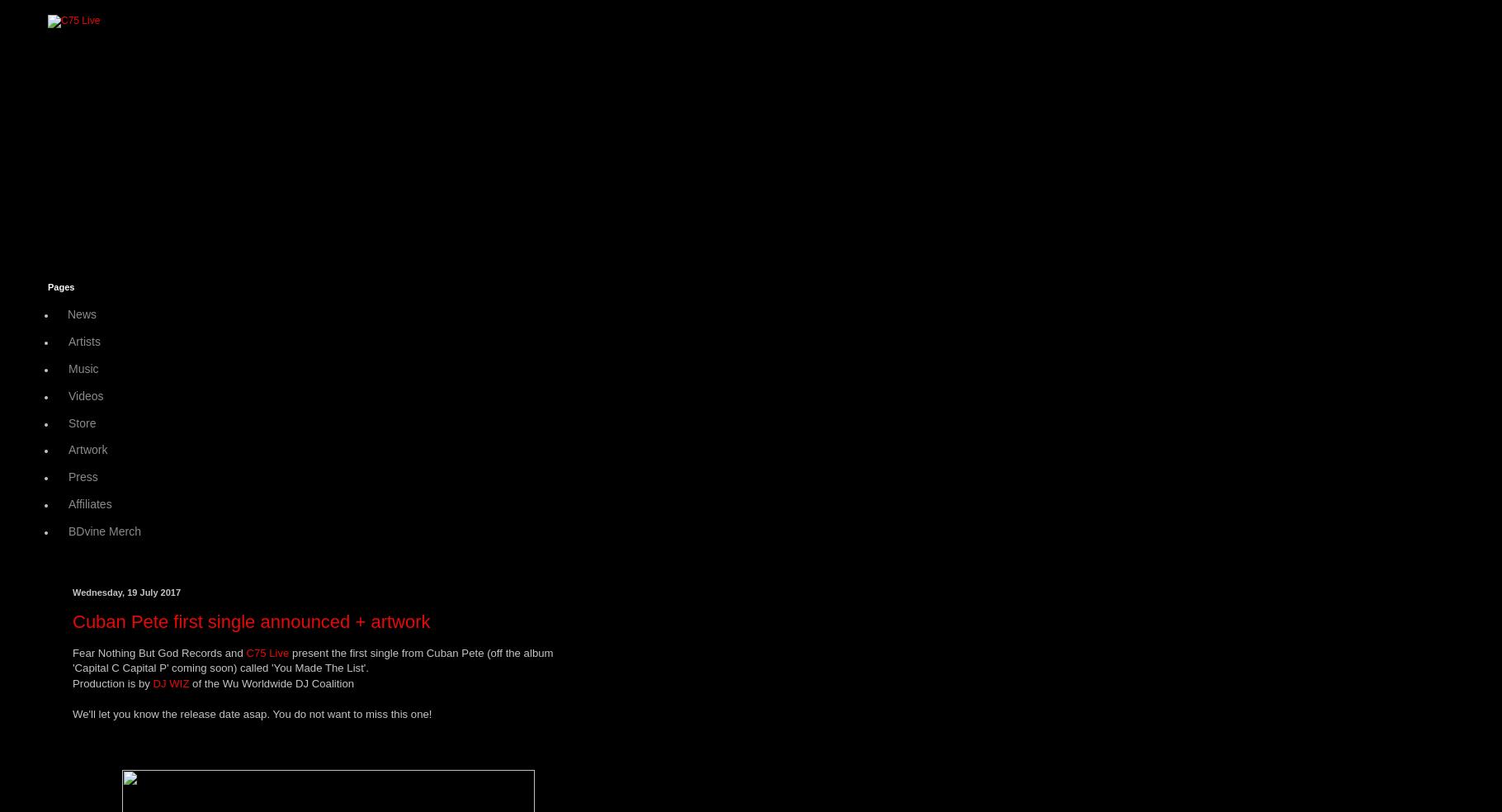  I want to click on 'Cuban Pete first single announced + artwork', so click(73, 620).